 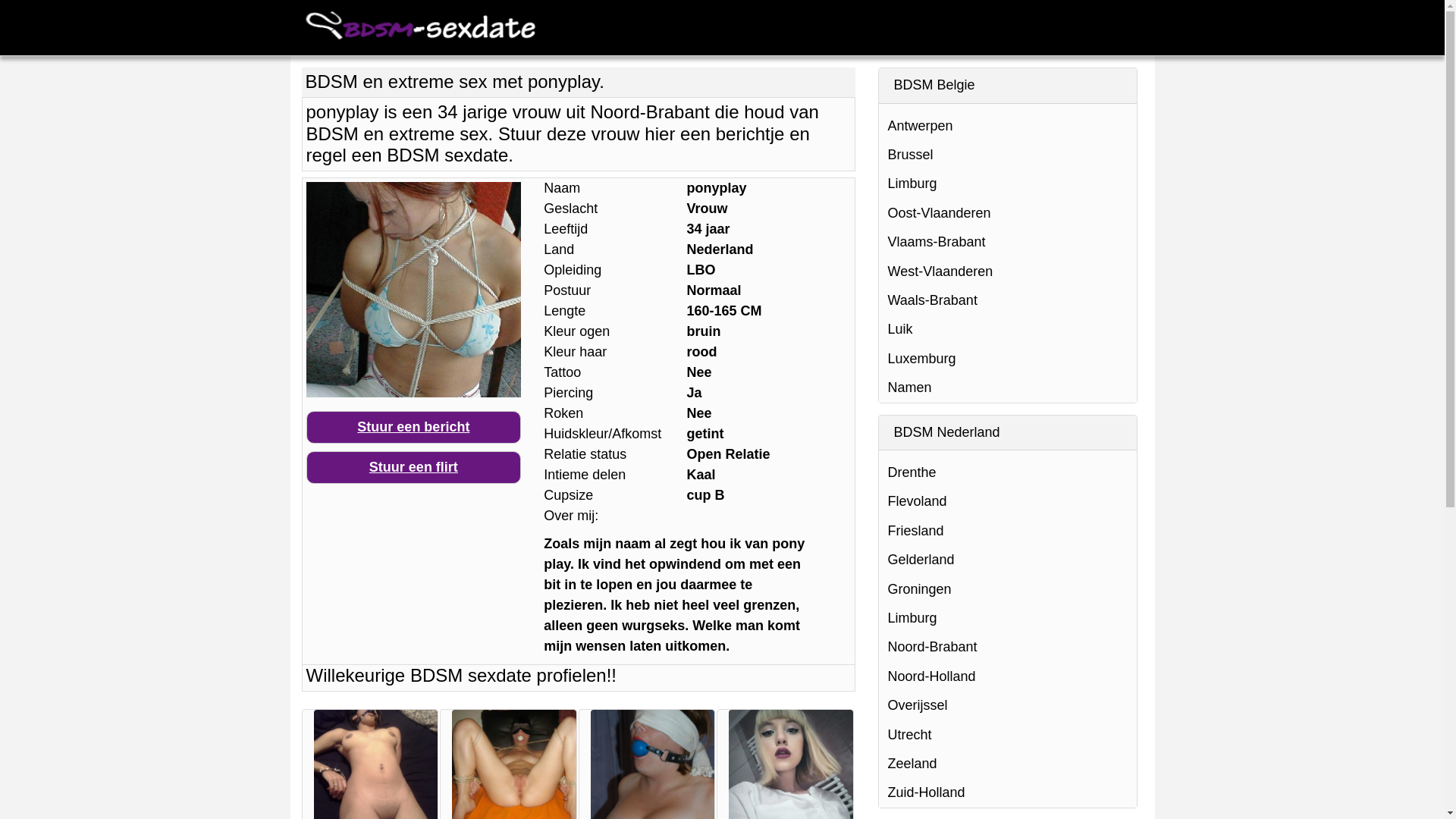 What do you see at coordinates (877, 704) in the screenshot?
I see `'Overijssel'` at bounding box center [877, 704].